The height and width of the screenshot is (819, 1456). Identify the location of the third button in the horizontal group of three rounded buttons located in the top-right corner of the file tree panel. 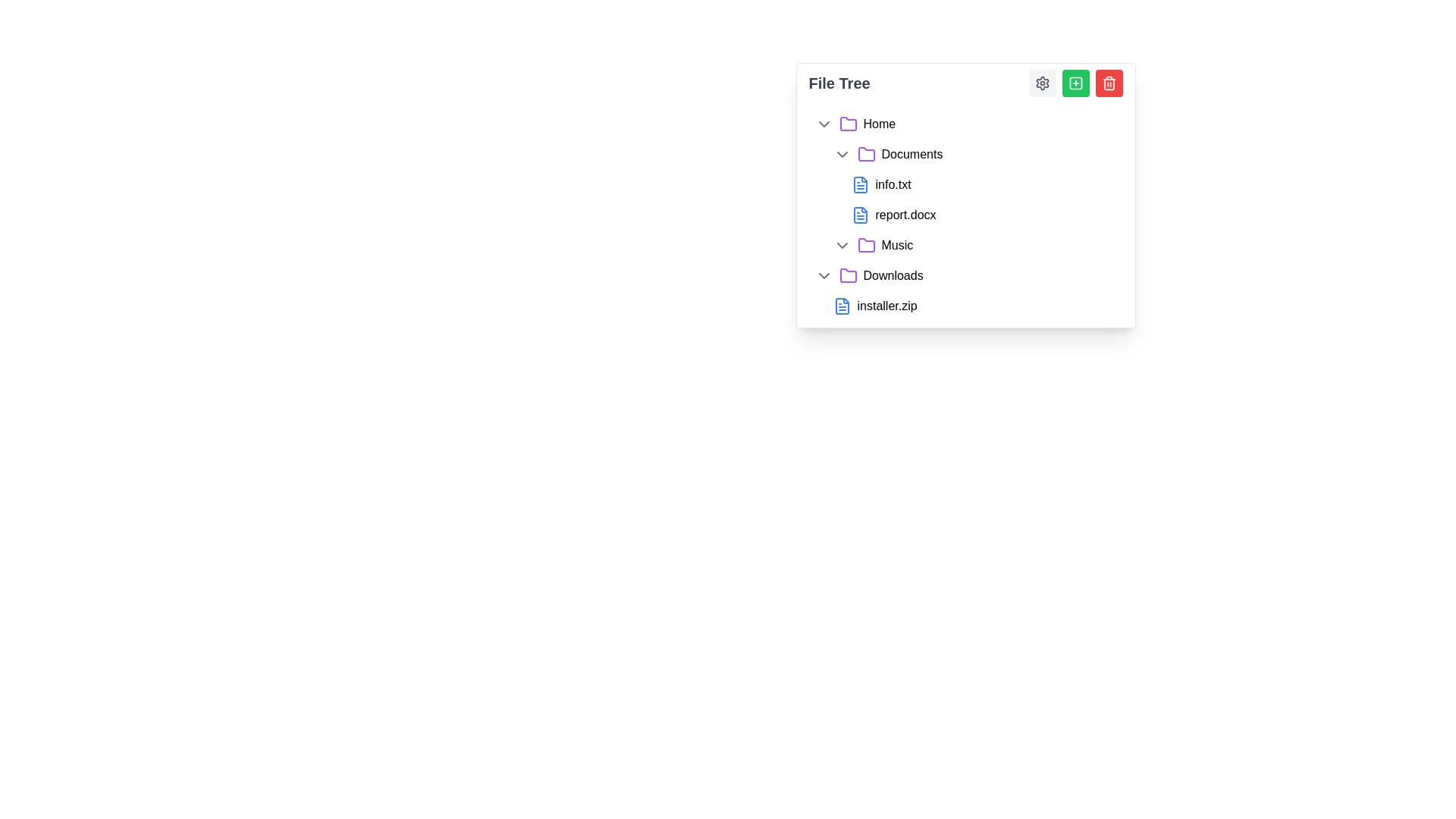
(1109, 83).